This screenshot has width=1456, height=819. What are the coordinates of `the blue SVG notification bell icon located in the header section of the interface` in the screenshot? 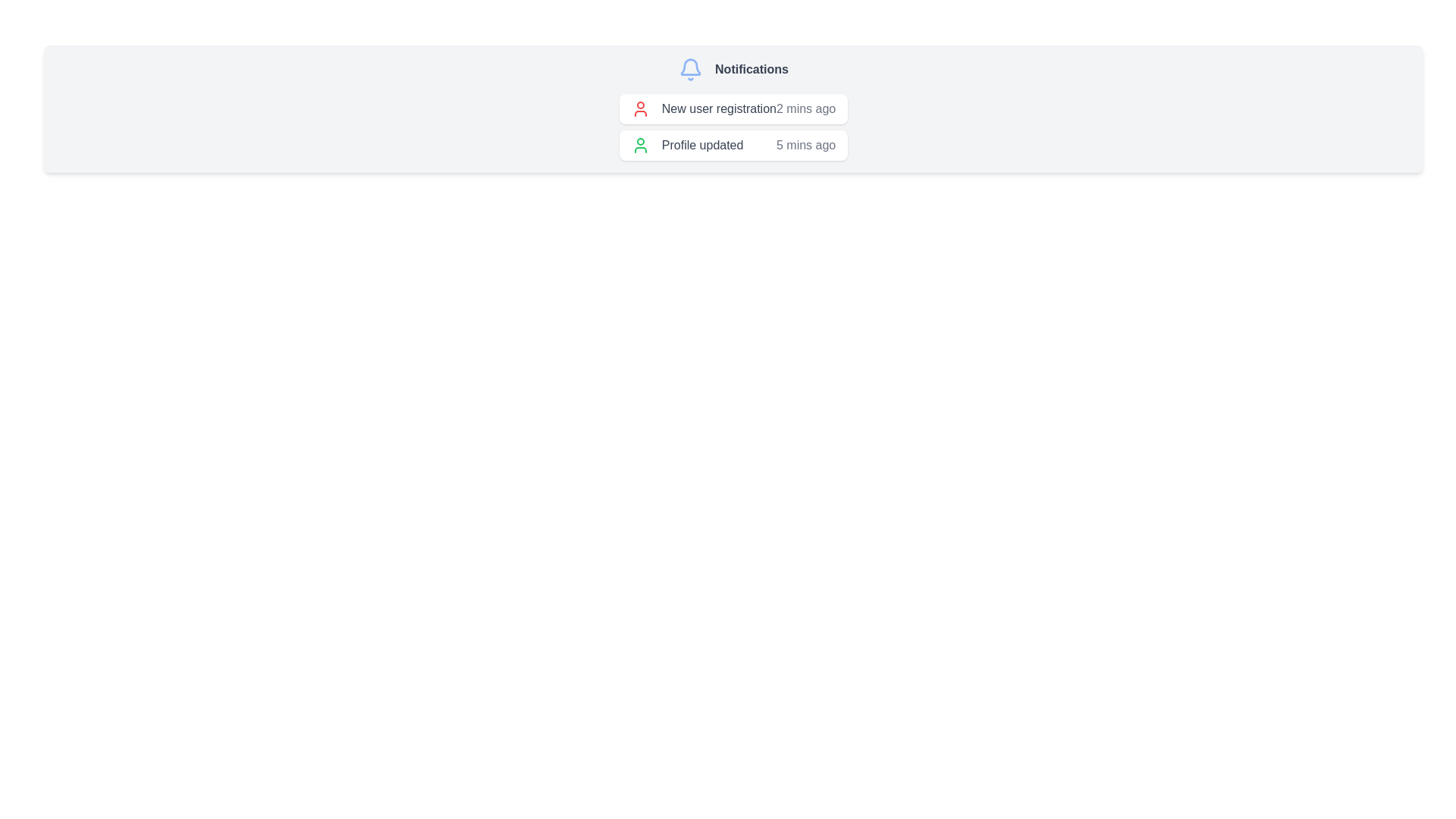 It's located at (690, 70).